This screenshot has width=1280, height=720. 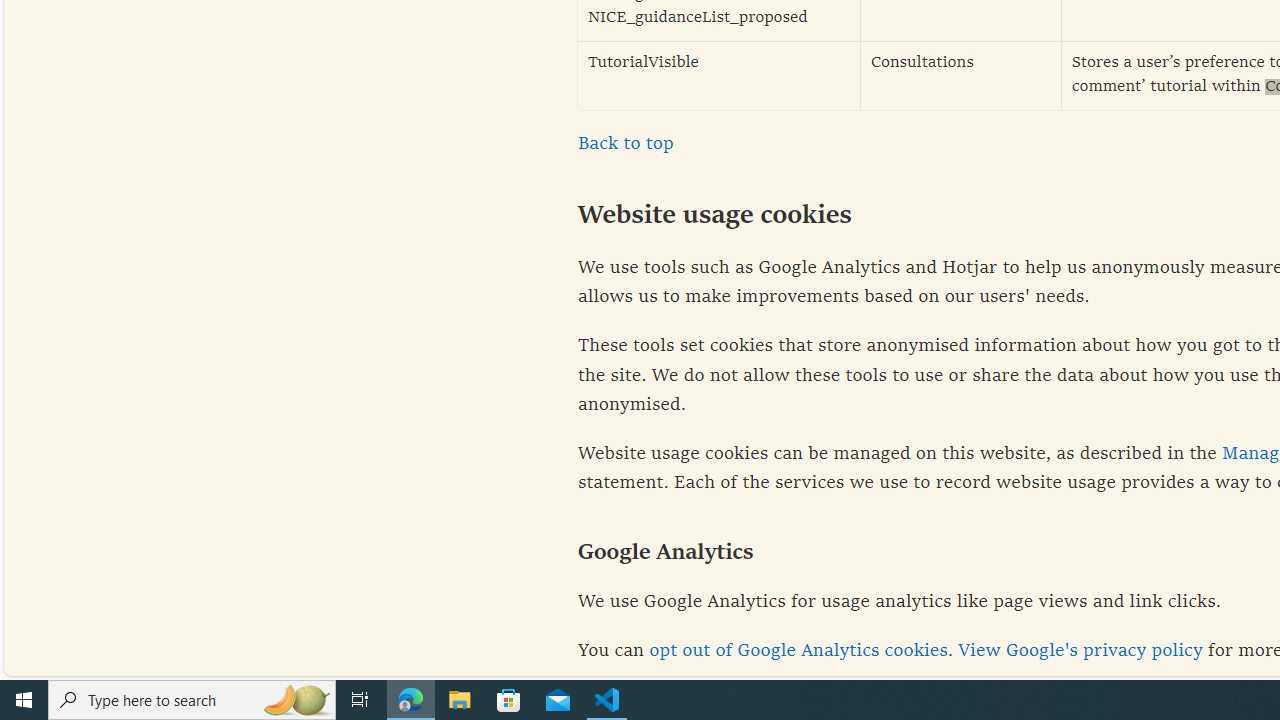 I want to click on 'Consultations', so click(x=961, y=74).